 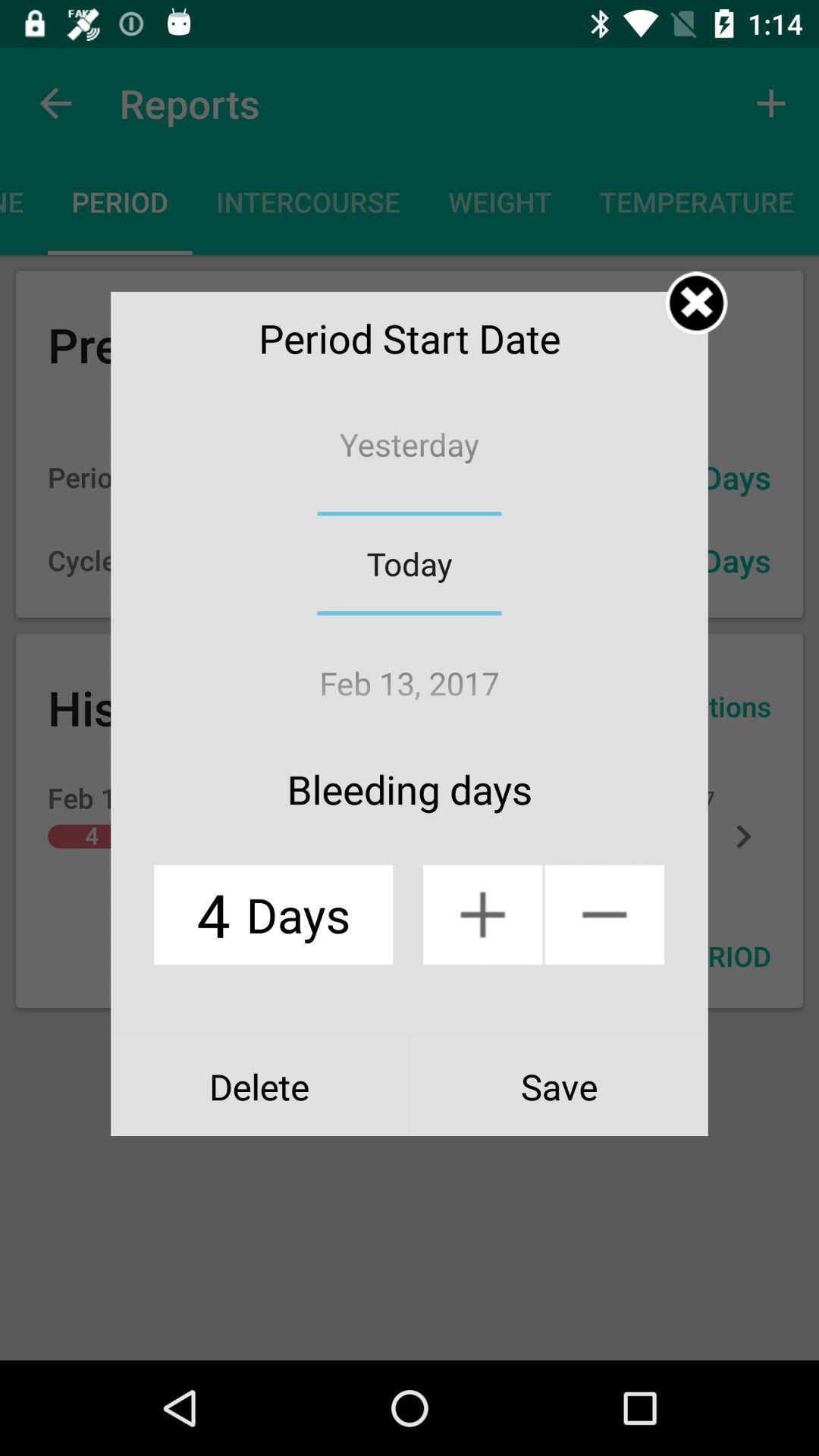 I want to click on the open window, so click(x=696, y=303).